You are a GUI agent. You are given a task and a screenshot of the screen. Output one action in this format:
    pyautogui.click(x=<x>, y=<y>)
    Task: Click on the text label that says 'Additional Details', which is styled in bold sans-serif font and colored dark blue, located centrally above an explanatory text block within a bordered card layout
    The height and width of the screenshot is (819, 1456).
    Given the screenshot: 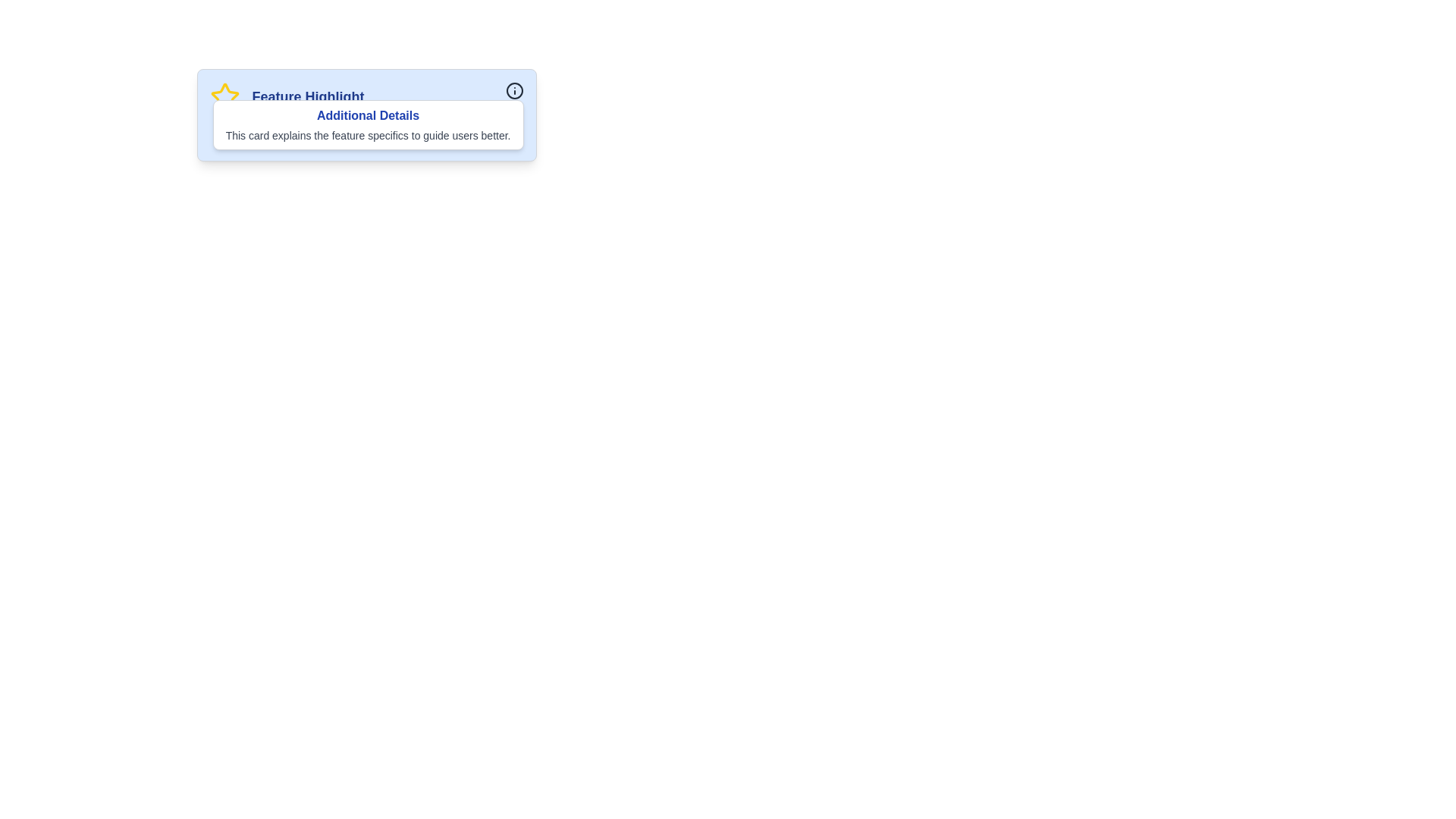 What is the action you would take?
    pyautogui.click(x=368, y=115)
    